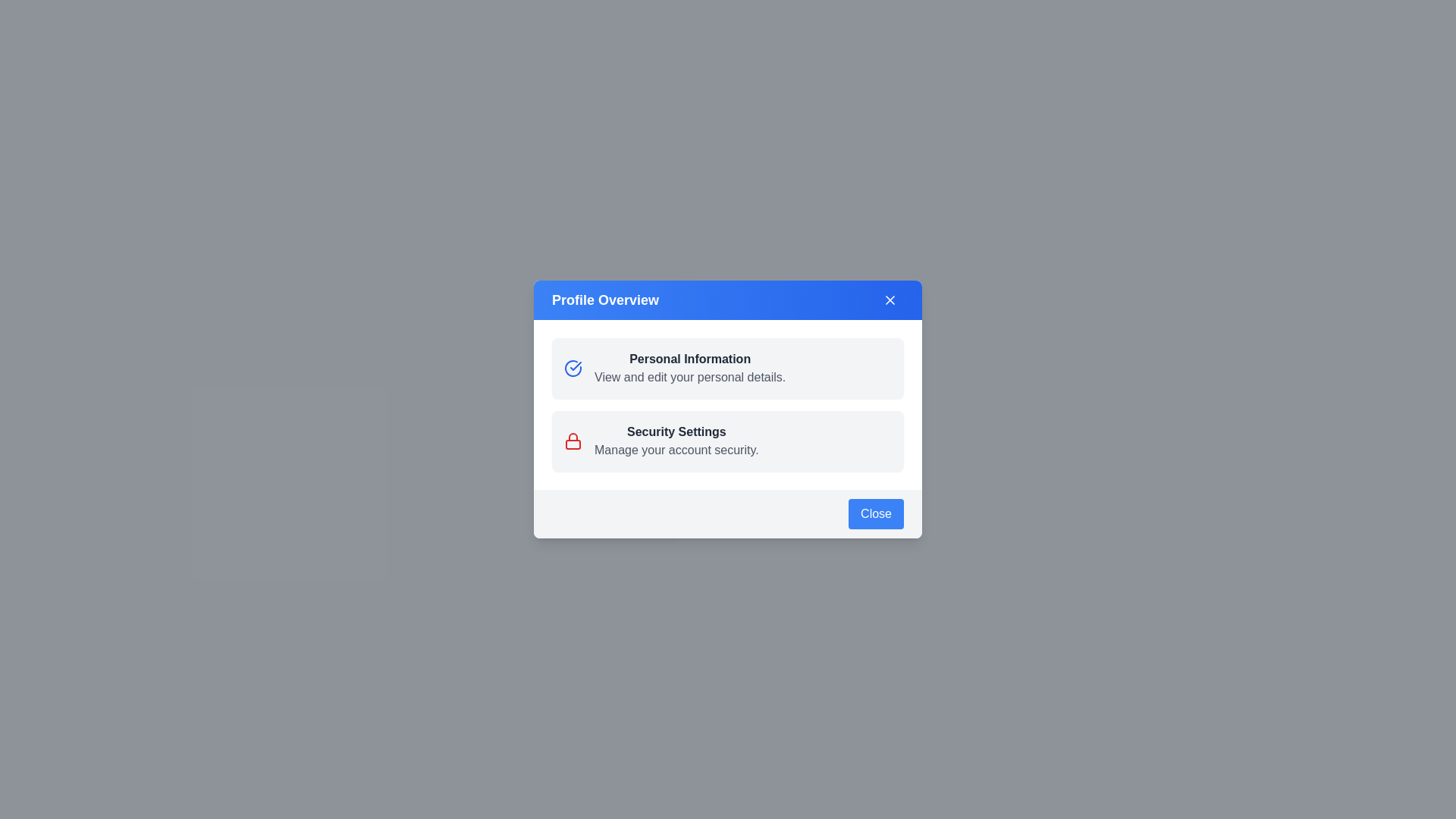 The height and width of the screenshot is (819, 1456). Describe the element at coordinates (604, 300) in the screenshot. I see `the title text 'Profile Overview' in the dialog header` at that location.